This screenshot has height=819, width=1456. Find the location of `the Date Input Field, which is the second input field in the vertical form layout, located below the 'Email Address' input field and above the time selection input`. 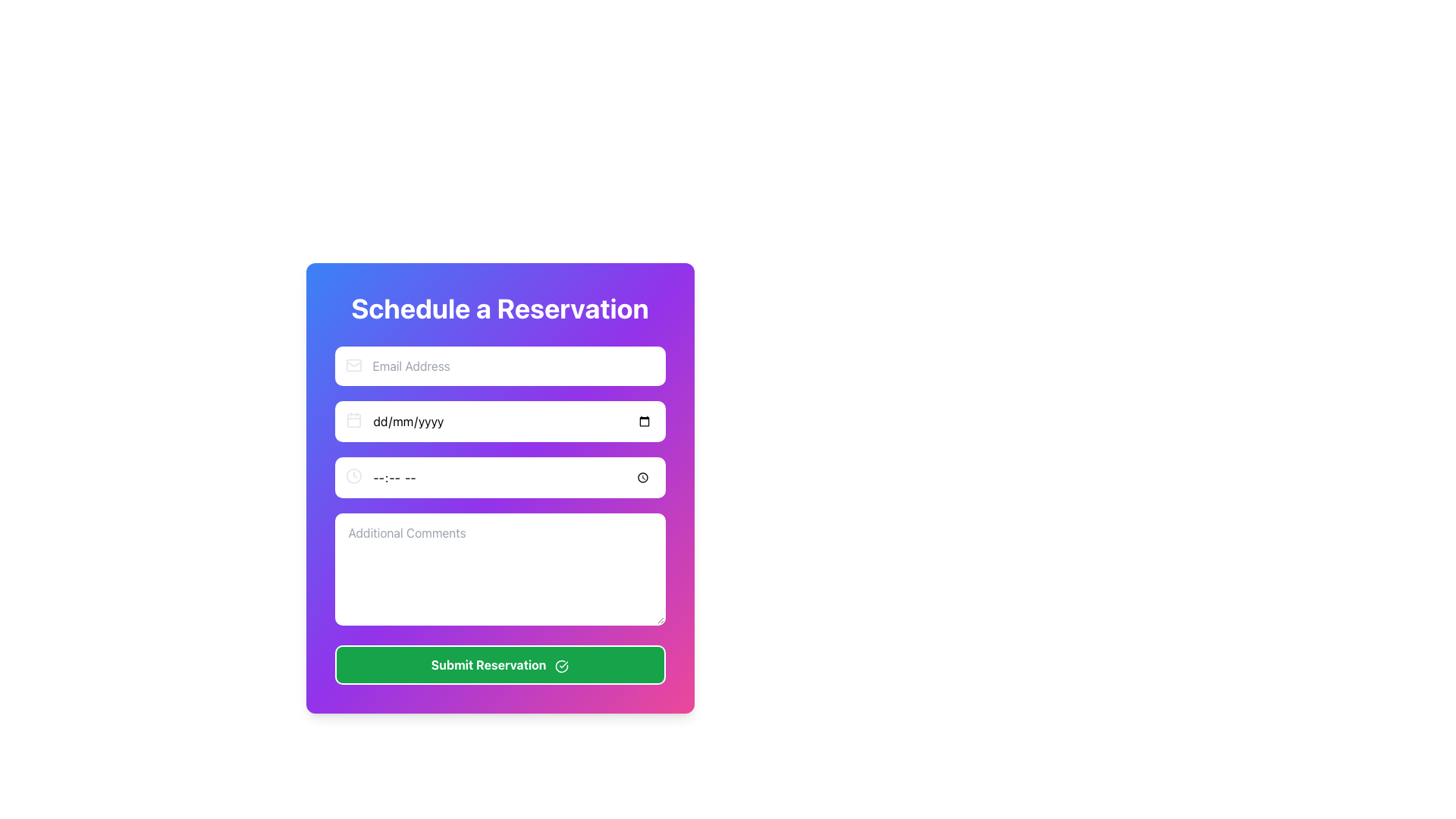

the Date Input Field, which is the second input field in the vertical form layout, located below the 'Email Address' input field and above the time selection input is located at coordinates (500, 421).